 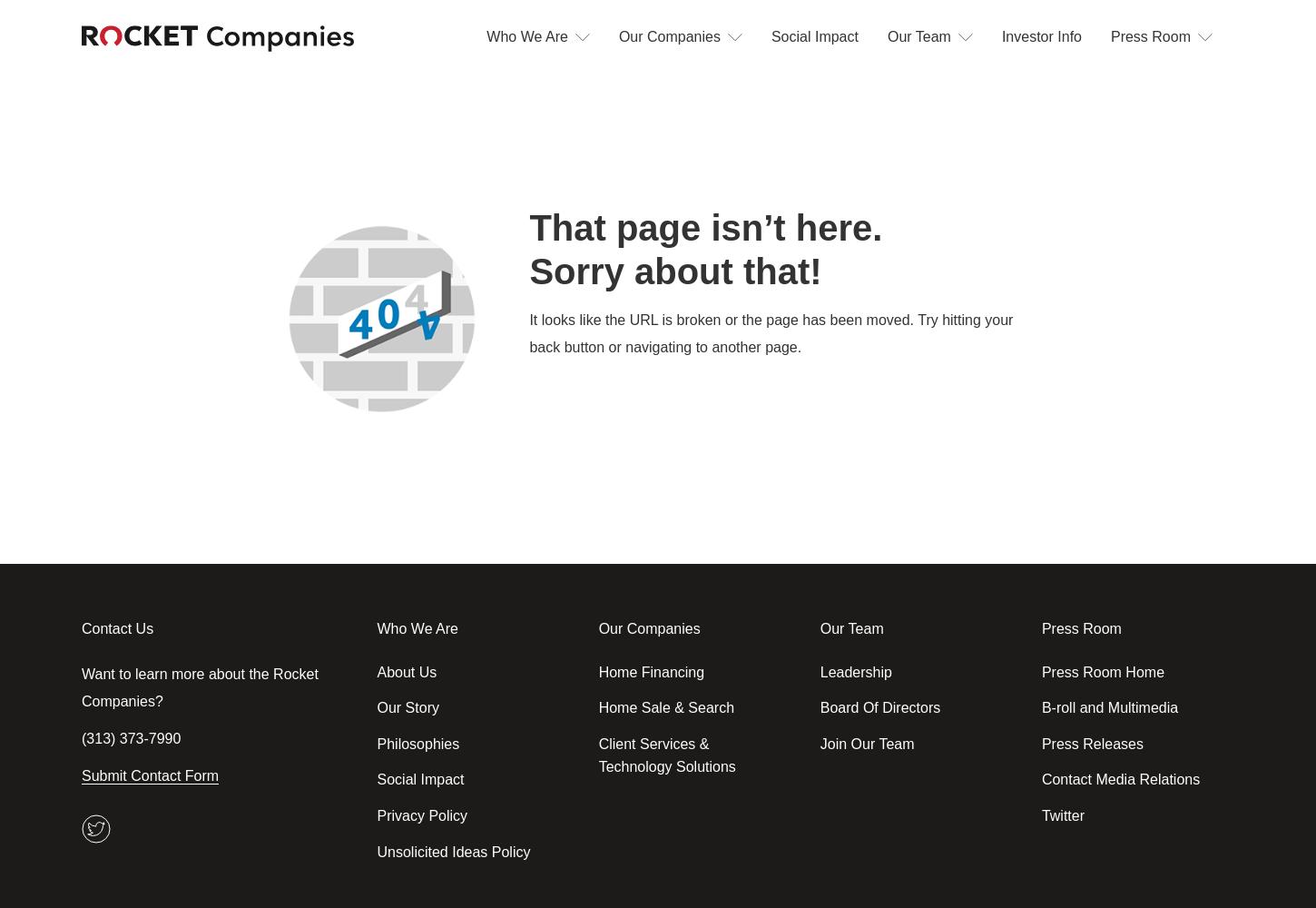 I want to click on 'Press Room Home', so click(x=1039, y=670).